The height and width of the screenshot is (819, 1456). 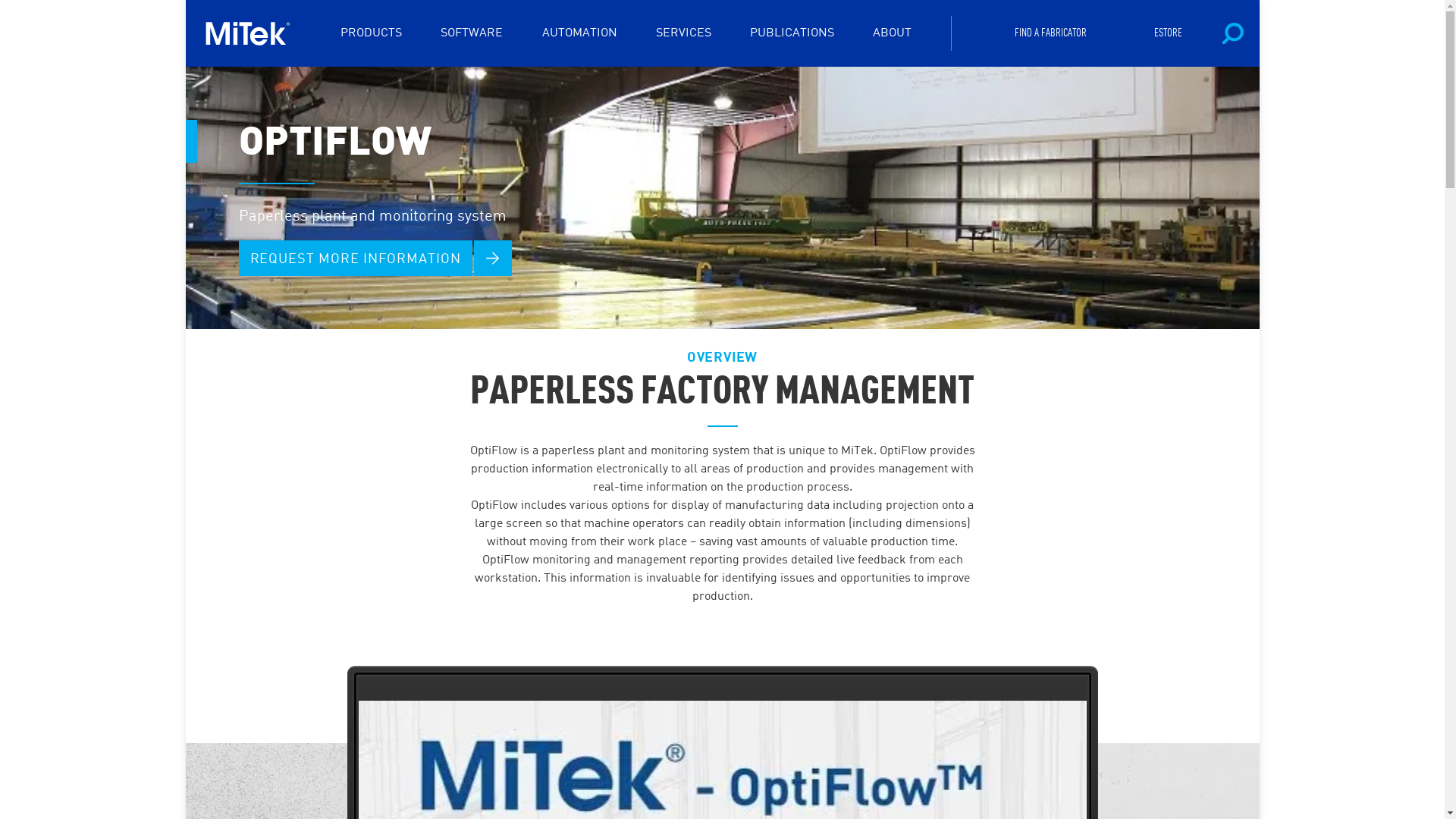 What do you see at coordinates (1015, 33) in the screenshot?
I see `'FIND A FABRICATOR'` at bounding box center [1015, 33].